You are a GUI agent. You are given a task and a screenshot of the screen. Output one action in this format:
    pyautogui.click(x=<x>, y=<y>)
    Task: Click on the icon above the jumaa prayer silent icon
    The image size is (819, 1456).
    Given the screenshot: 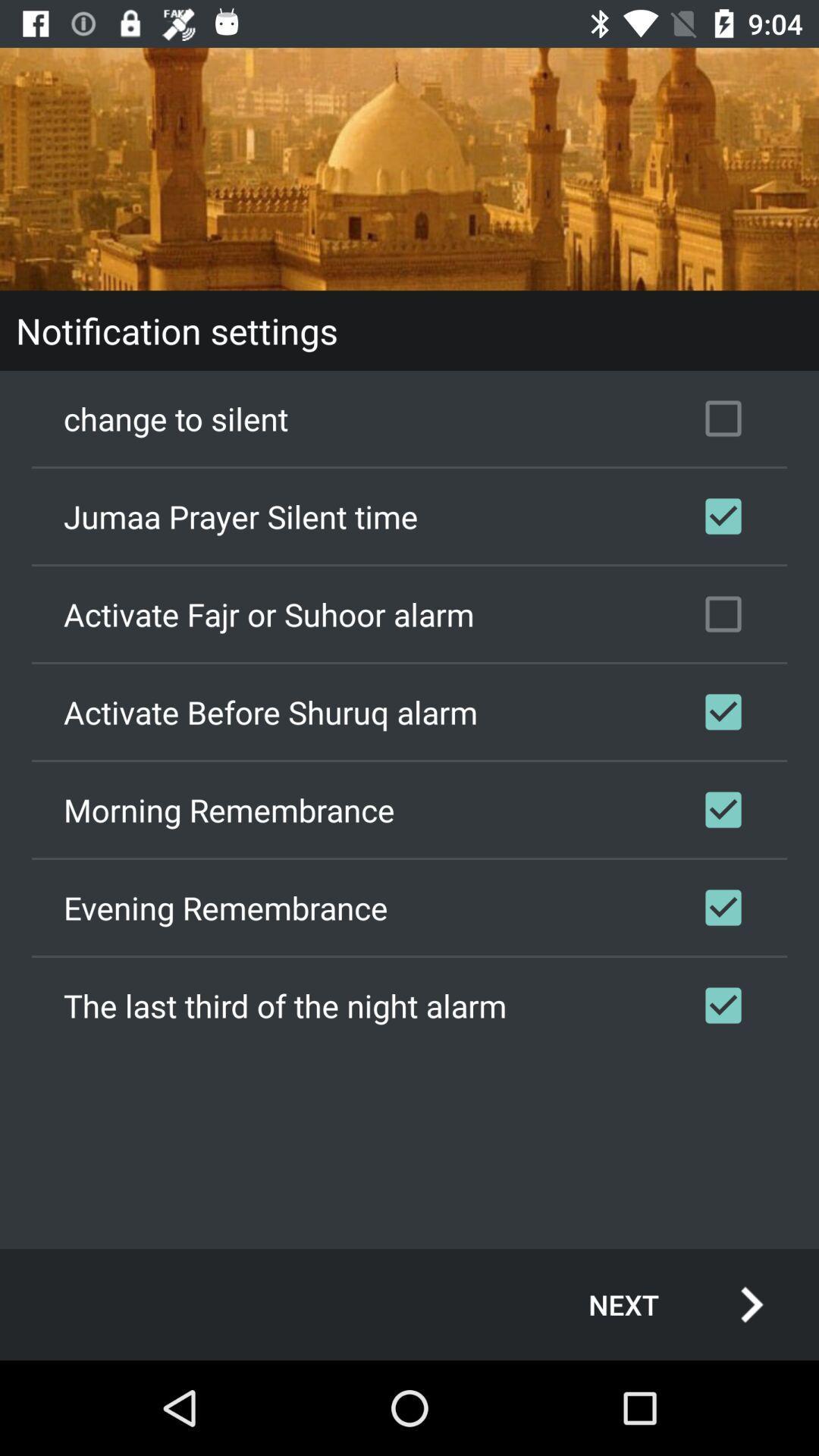 What is the action you would take?
    pyautogui.click(x=409, y=419)
    